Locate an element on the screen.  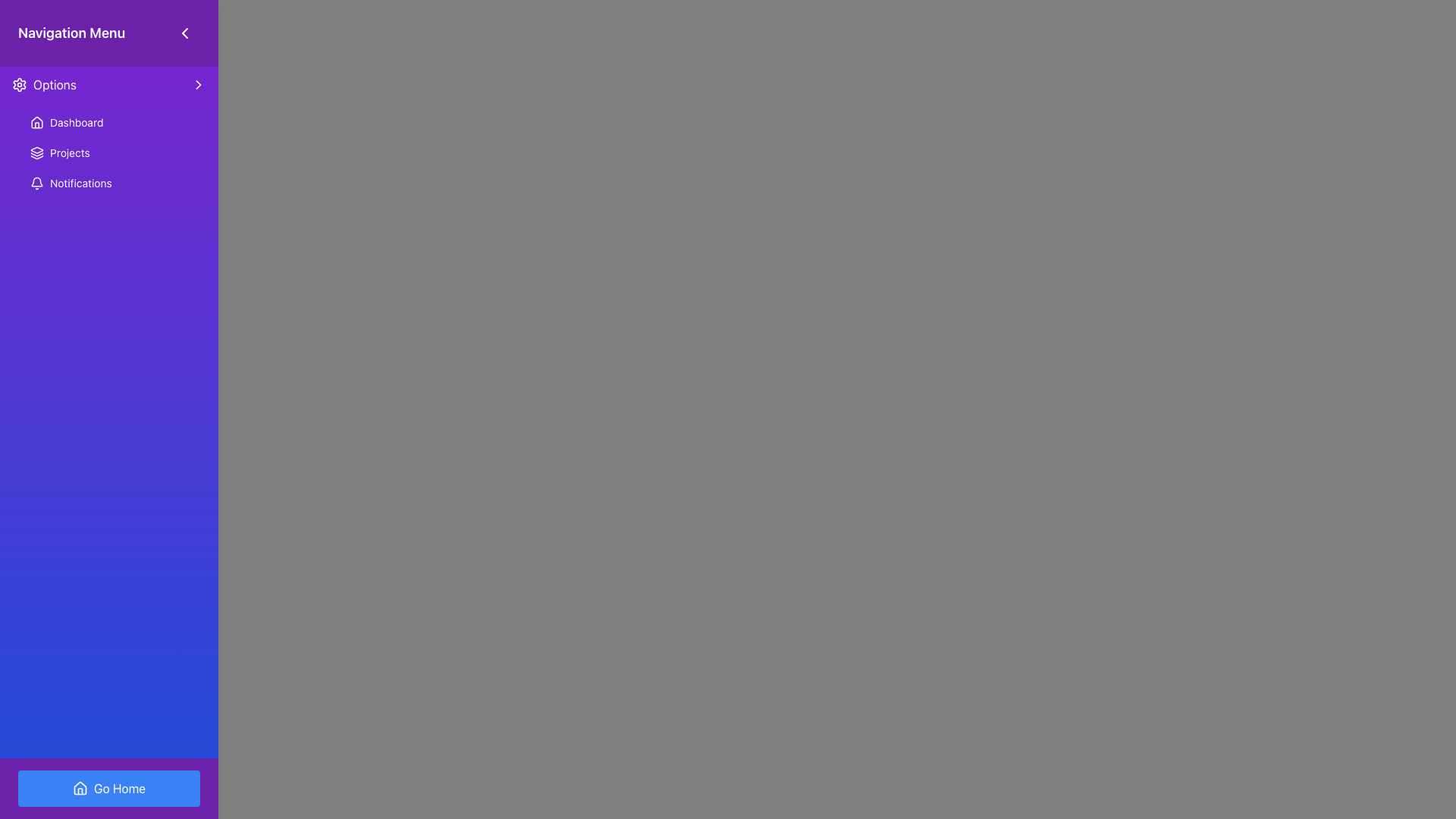
the 'Options' text label is located at coordinates (55, 84).